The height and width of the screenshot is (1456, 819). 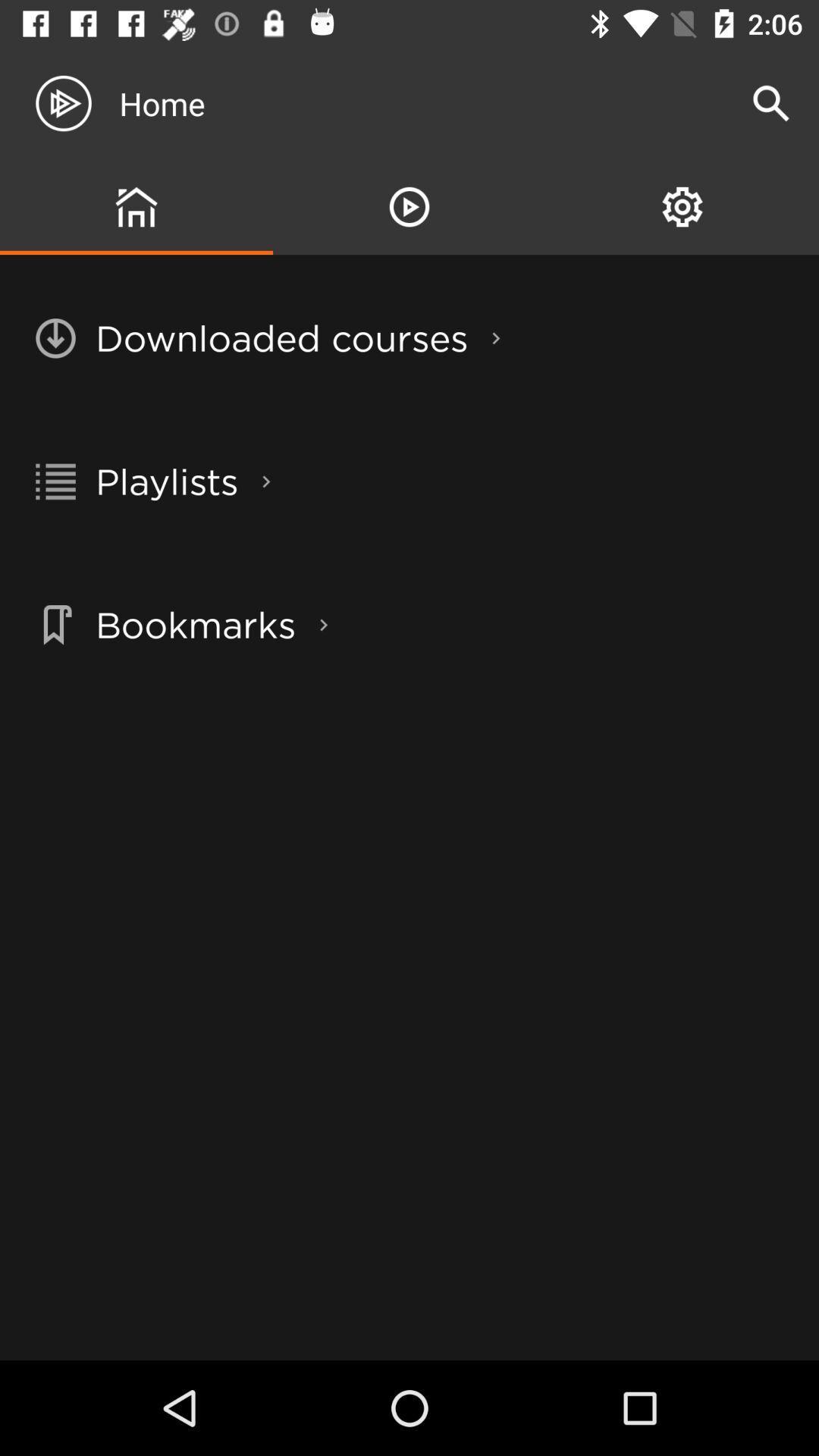 What do you see at coordinates (681, 206) in the screenshot?
I see `the settings icon` at bounding box center [681, 206].